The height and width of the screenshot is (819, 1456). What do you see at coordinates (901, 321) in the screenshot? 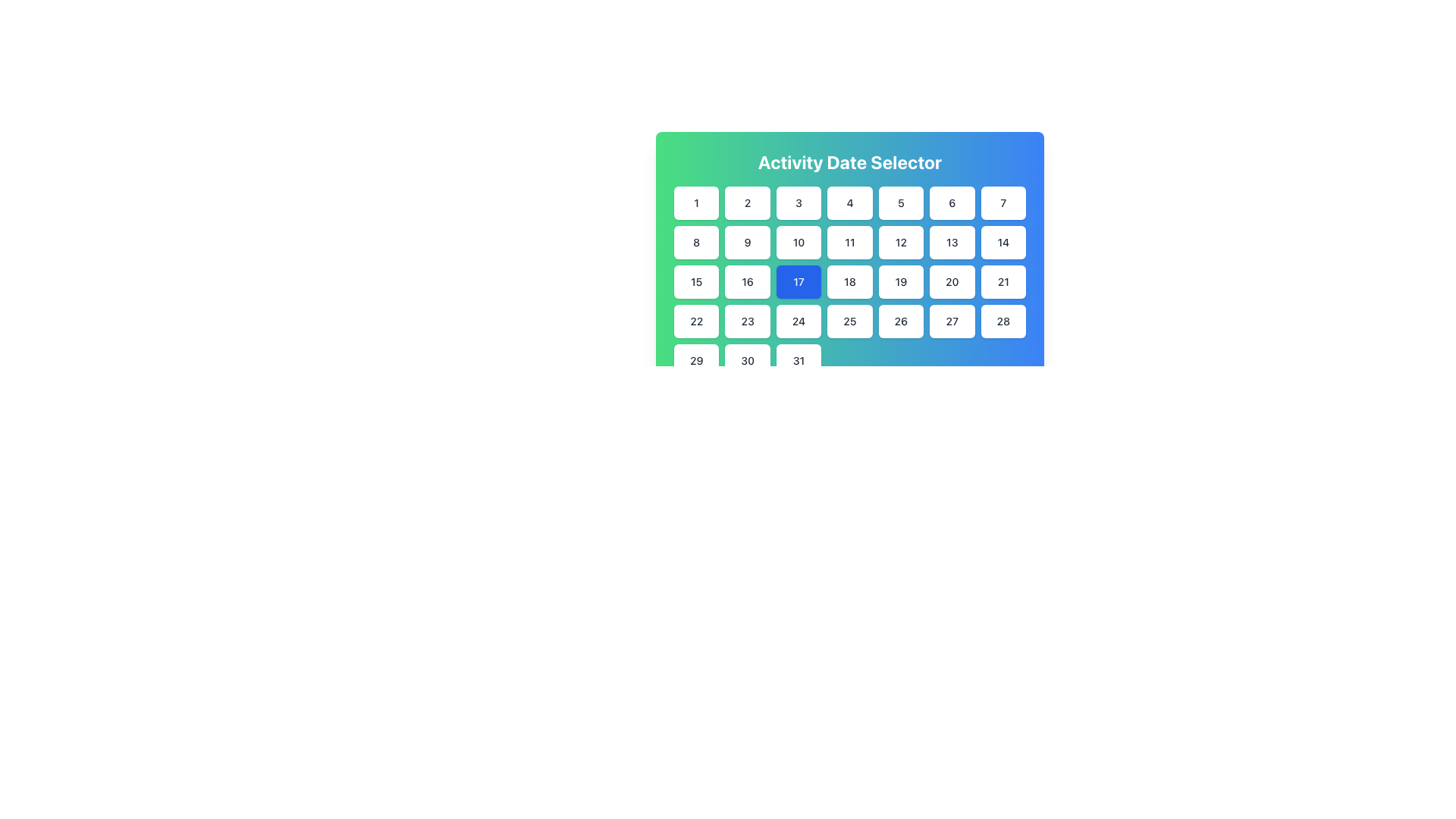
I see `the button representing the date in the calendar date picker interface located in the fifth column of the fourth row` at bounding box center [901, 321].